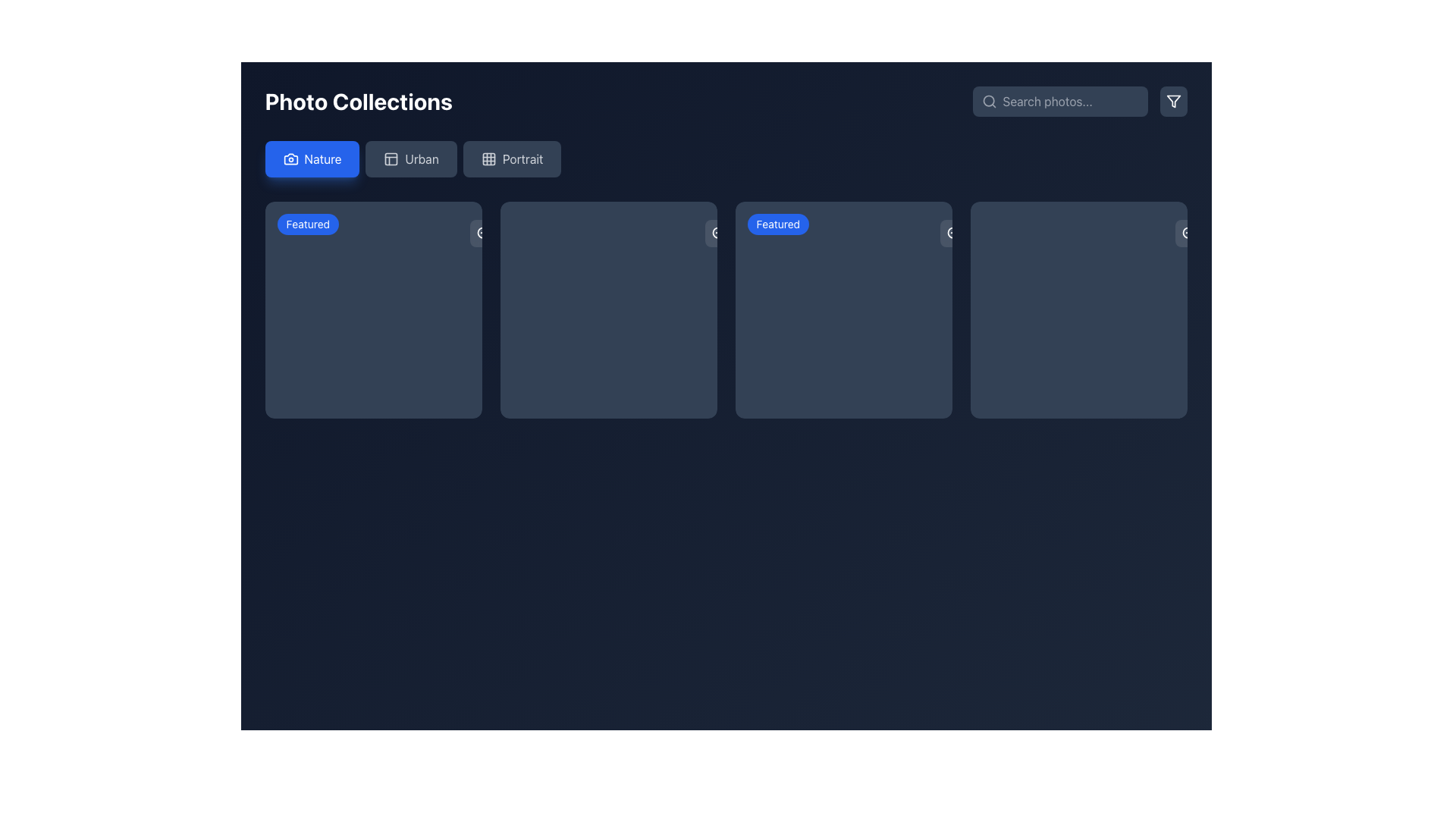 The height and width of the screenshot is (819, 1456). I want to click on the small circle shape that is part of the search icon design, which represents the lens portion of the magnifying glass located in the top right corner of the interface, so click(988, 101).